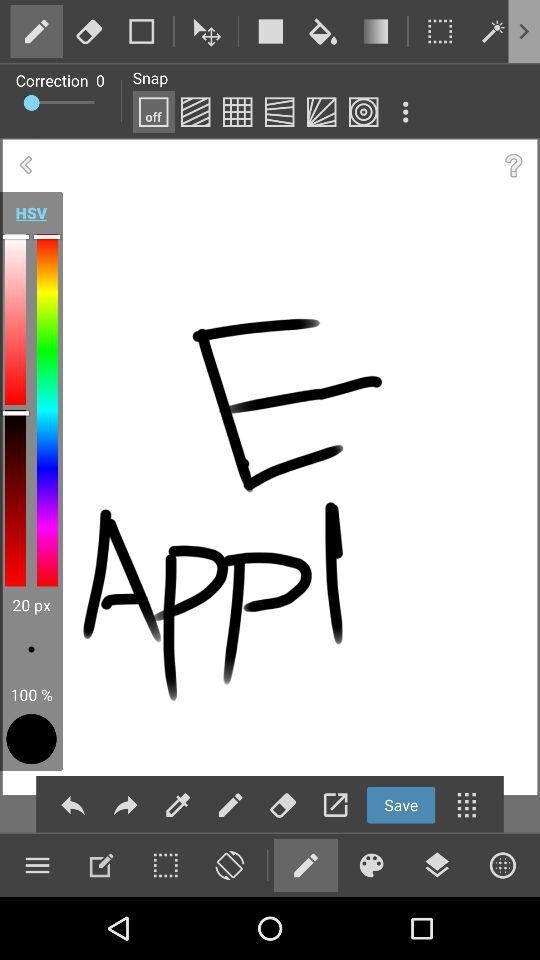  I want to click on draw a square, so click(270, 30).